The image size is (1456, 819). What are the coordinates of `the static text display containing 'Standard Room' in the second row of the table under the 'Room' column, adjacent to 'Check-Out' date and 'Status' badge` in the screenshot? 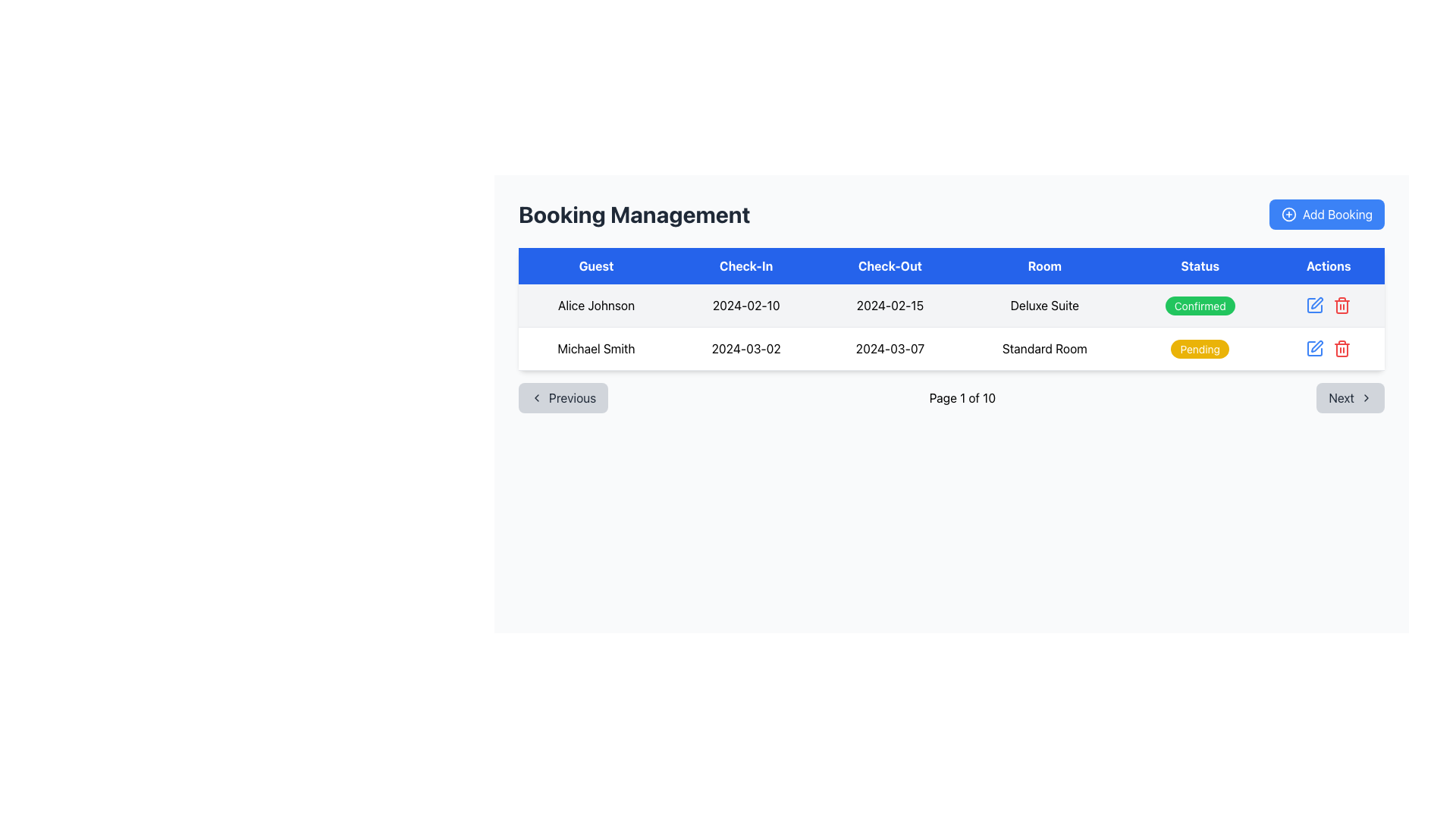 It's located at (1043, 348).